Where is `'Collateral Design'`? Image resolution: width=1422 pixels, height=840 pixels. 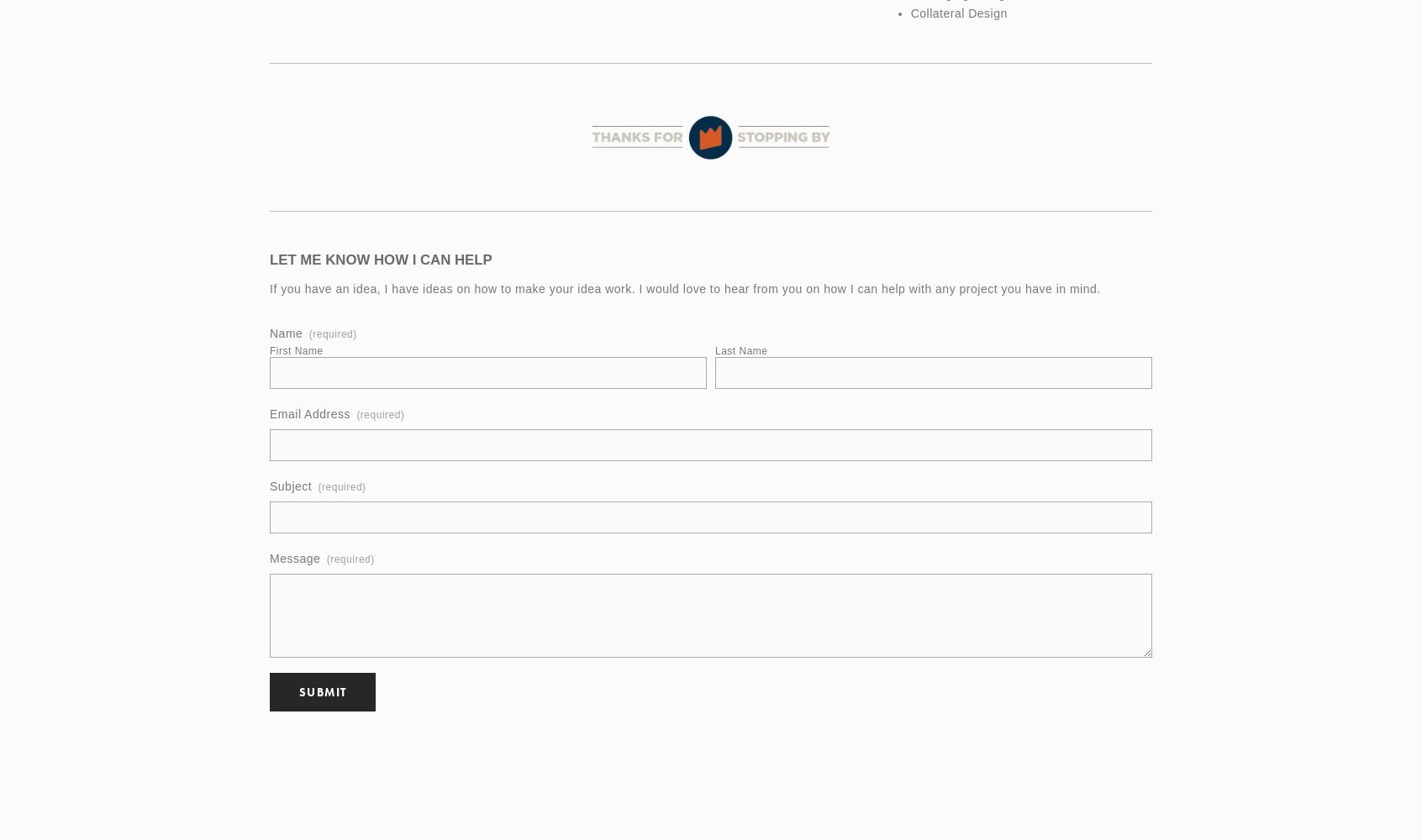 'Collateral Design' is located at coordinates (957, 13).